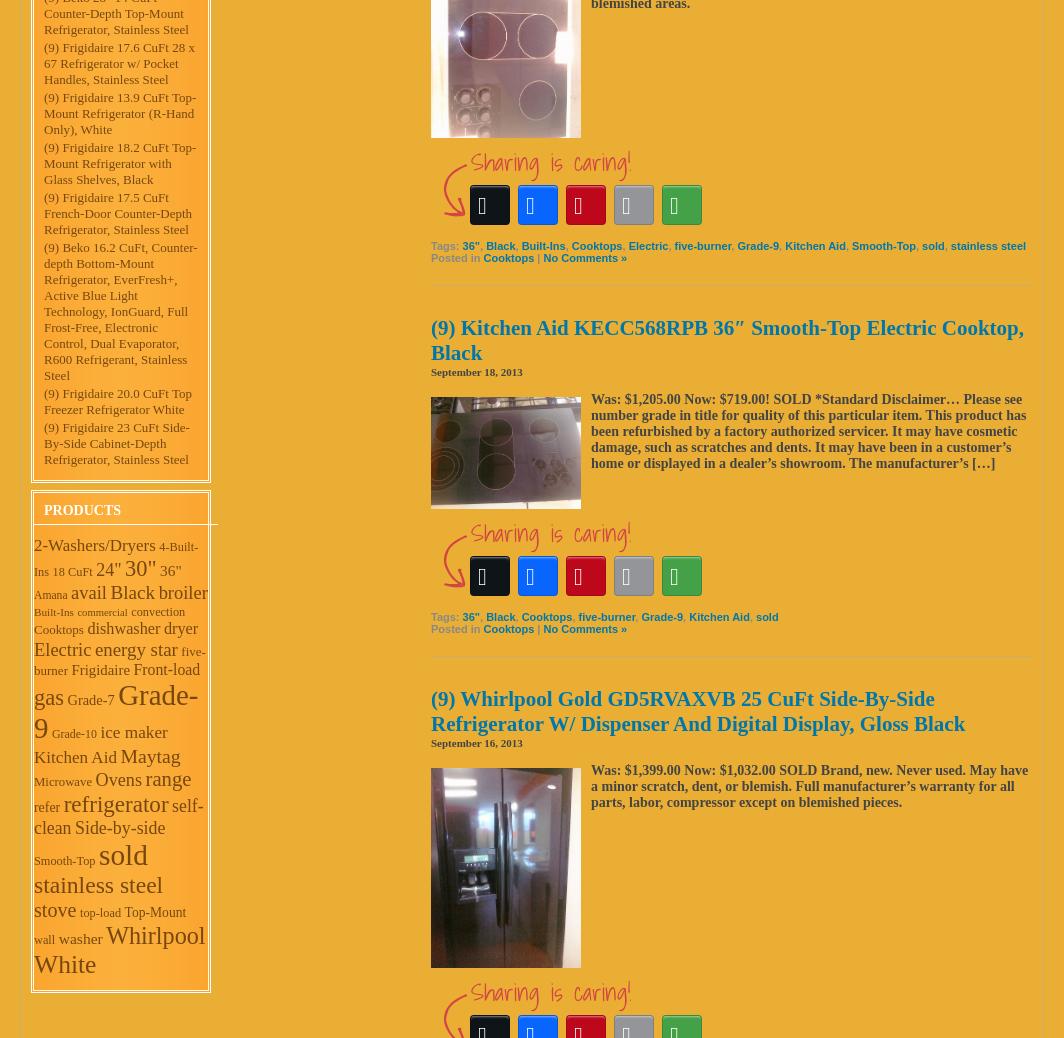 This screenshot has height=1038, width=1064. Describe the element at coordinates (97, 855) in the screenshot. I see `'sold'` at that location.